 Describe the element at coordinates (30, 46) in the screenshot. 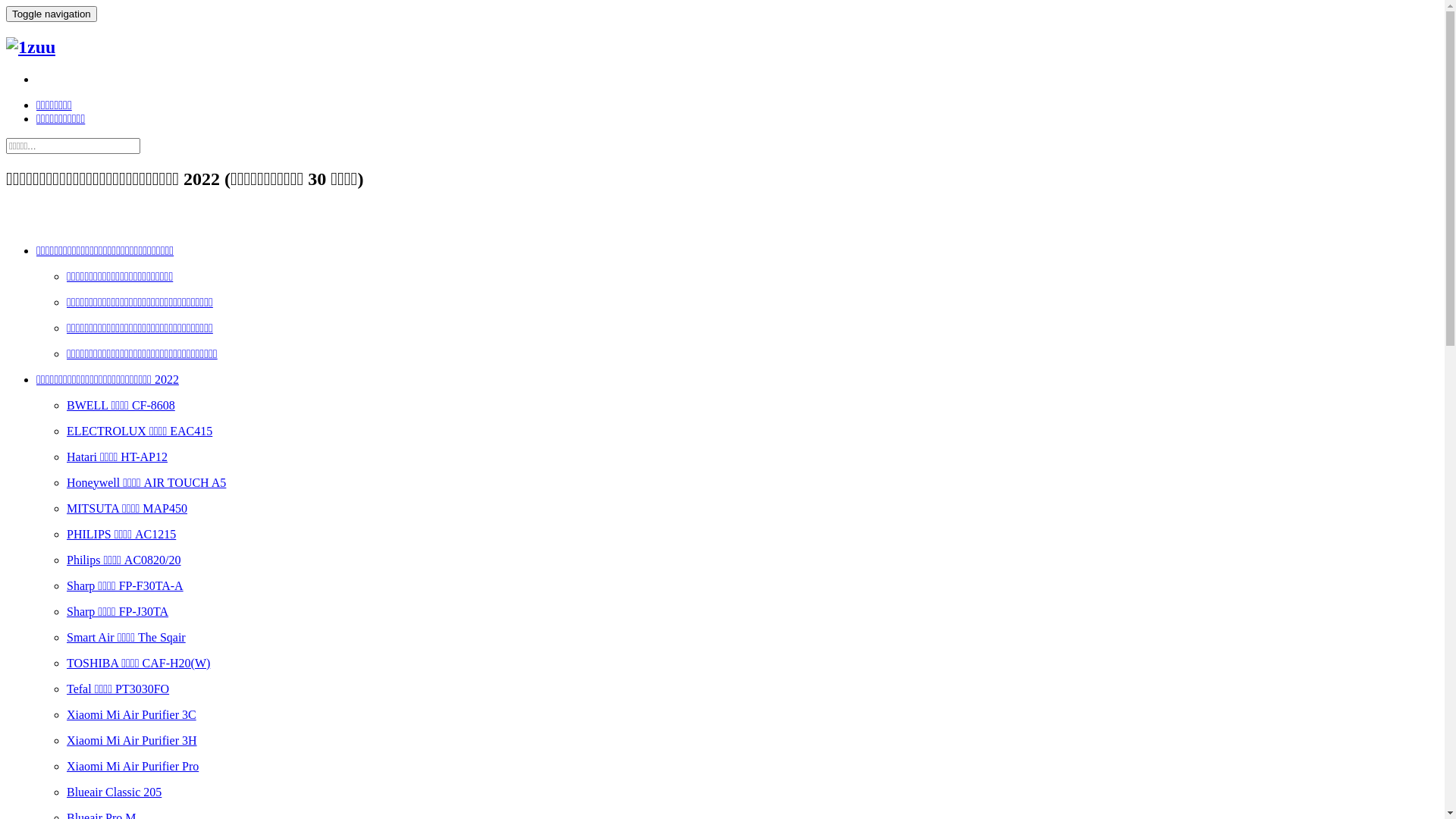

I see `'1zuu'` at that location.